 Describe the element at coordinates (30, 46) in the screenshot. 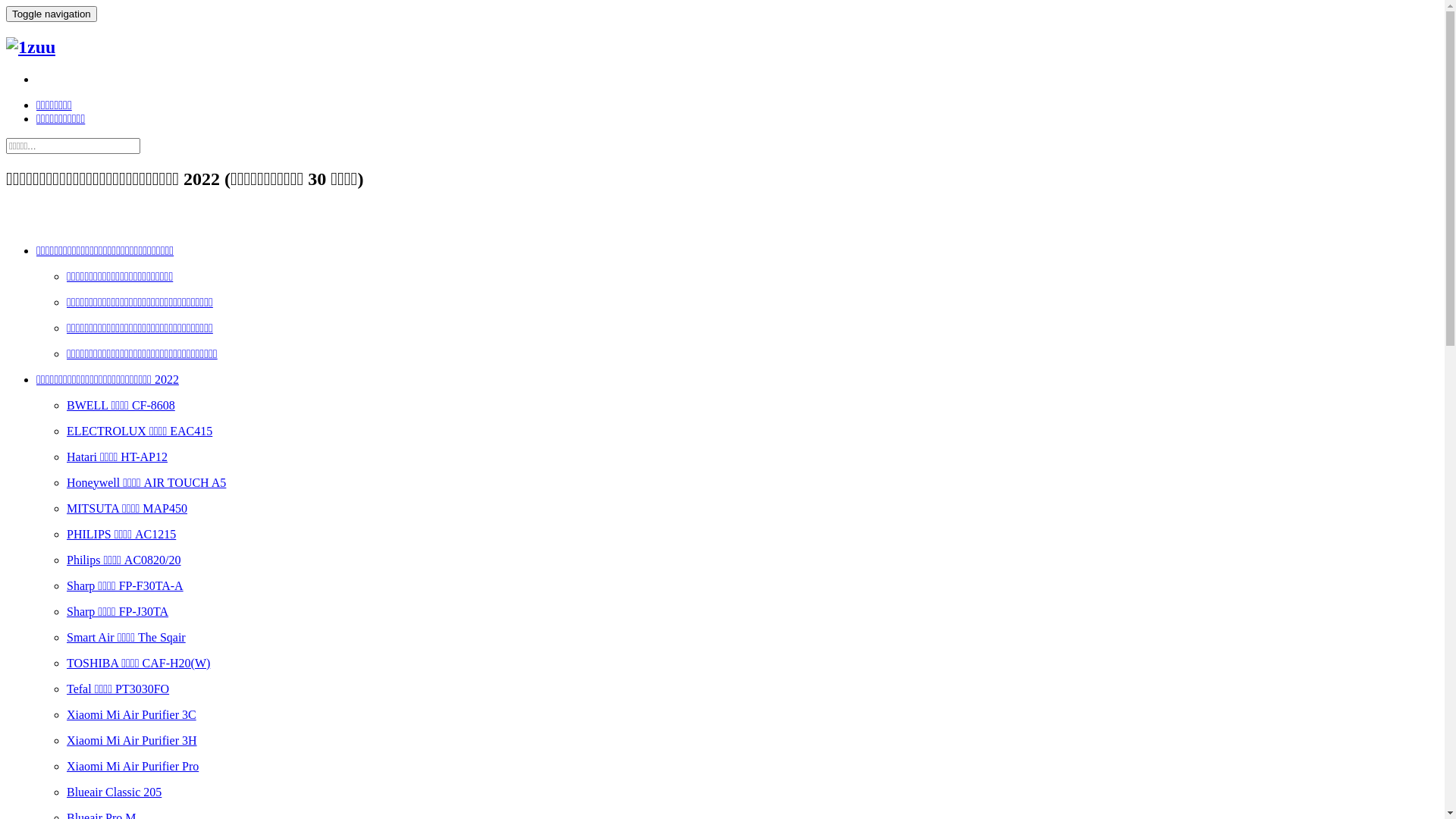

I see `'1zuu'` at that location.